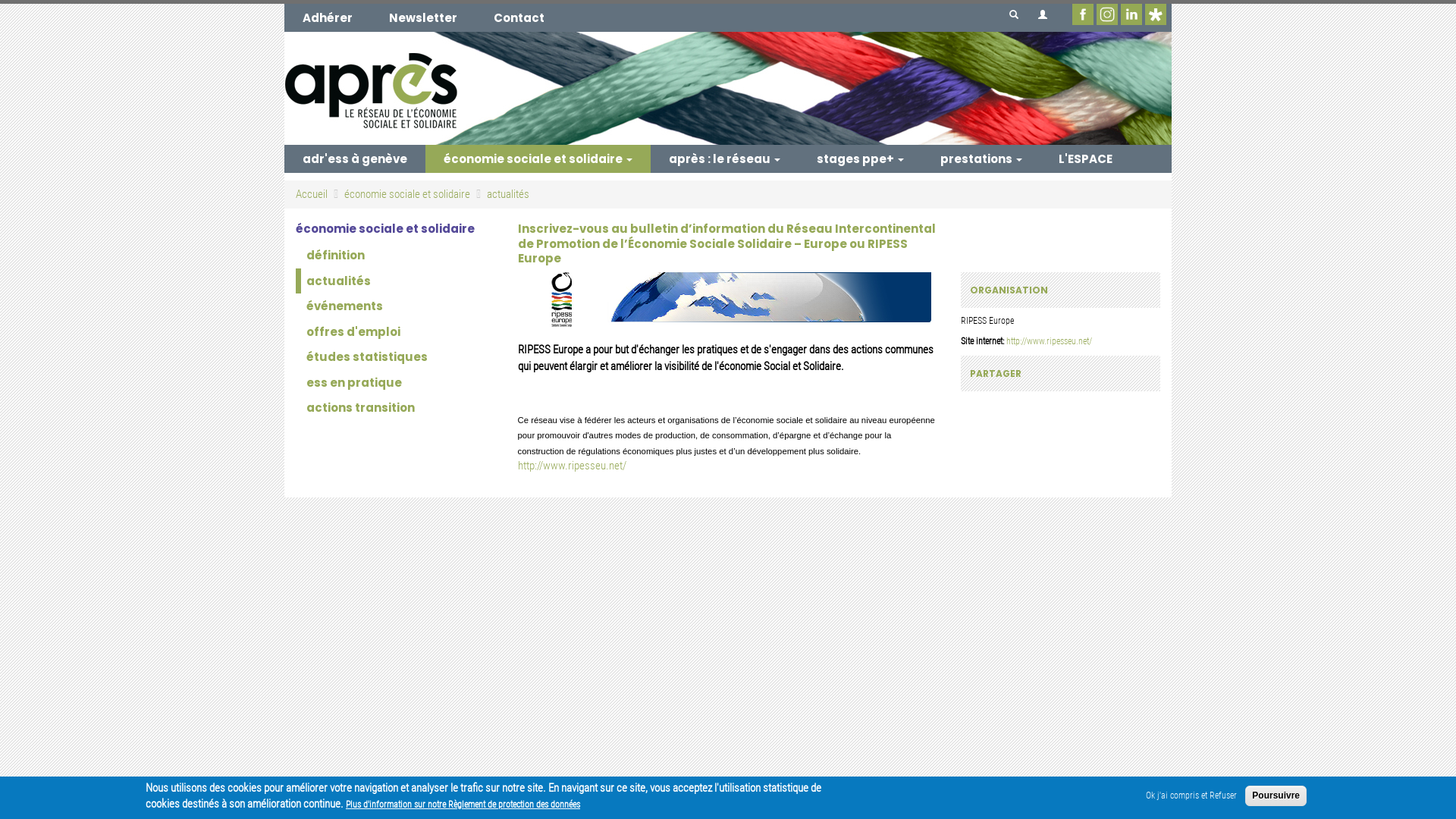 Image resolution: width=1456 pixels, height=819 pixels. I want to click on 'Ok j'ai compris et Refuser', so click(1190, 795).